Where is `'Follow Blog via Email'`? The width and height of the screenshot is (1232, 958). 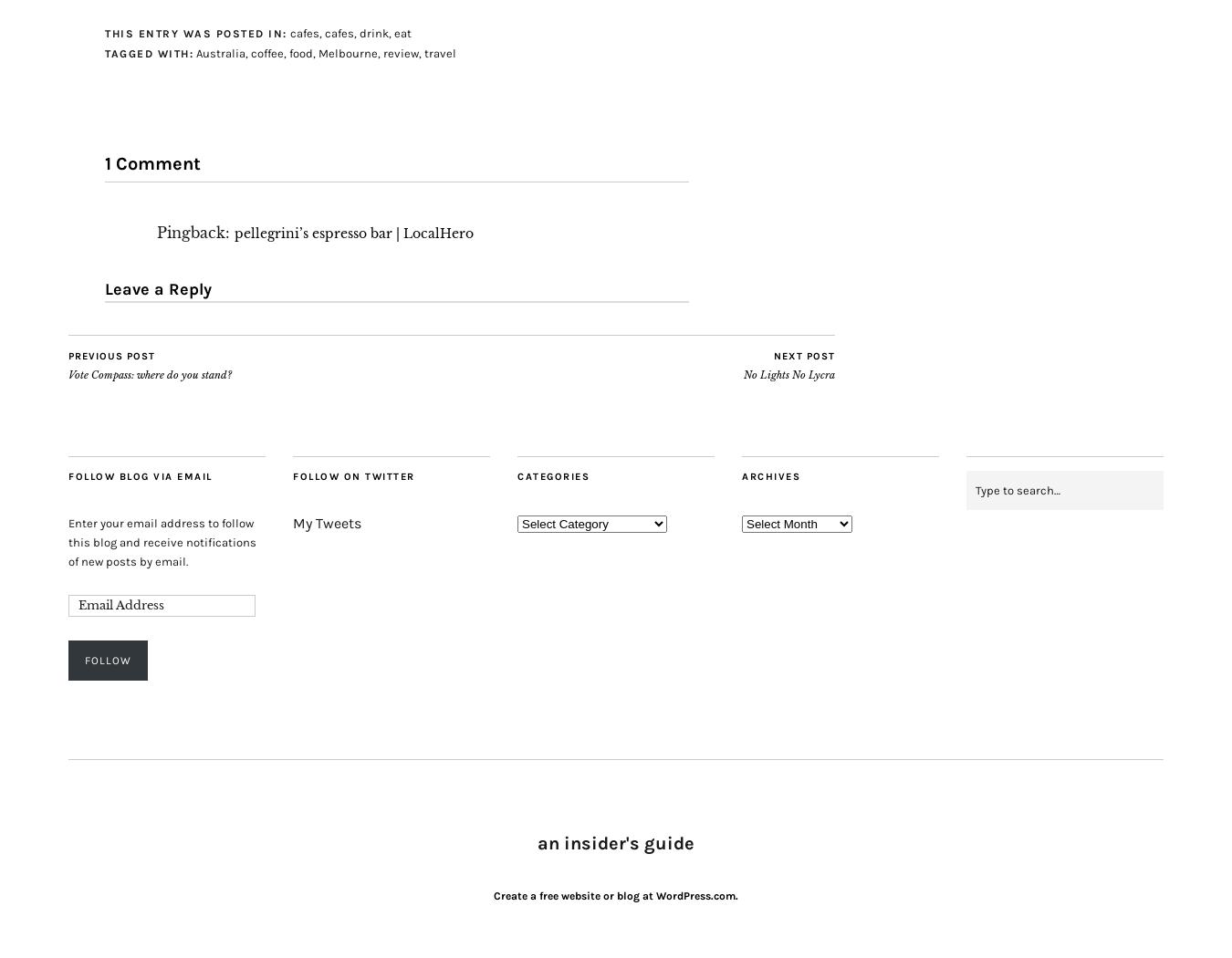
'Follow Blog via Email' is located at coordinates (140, 474).